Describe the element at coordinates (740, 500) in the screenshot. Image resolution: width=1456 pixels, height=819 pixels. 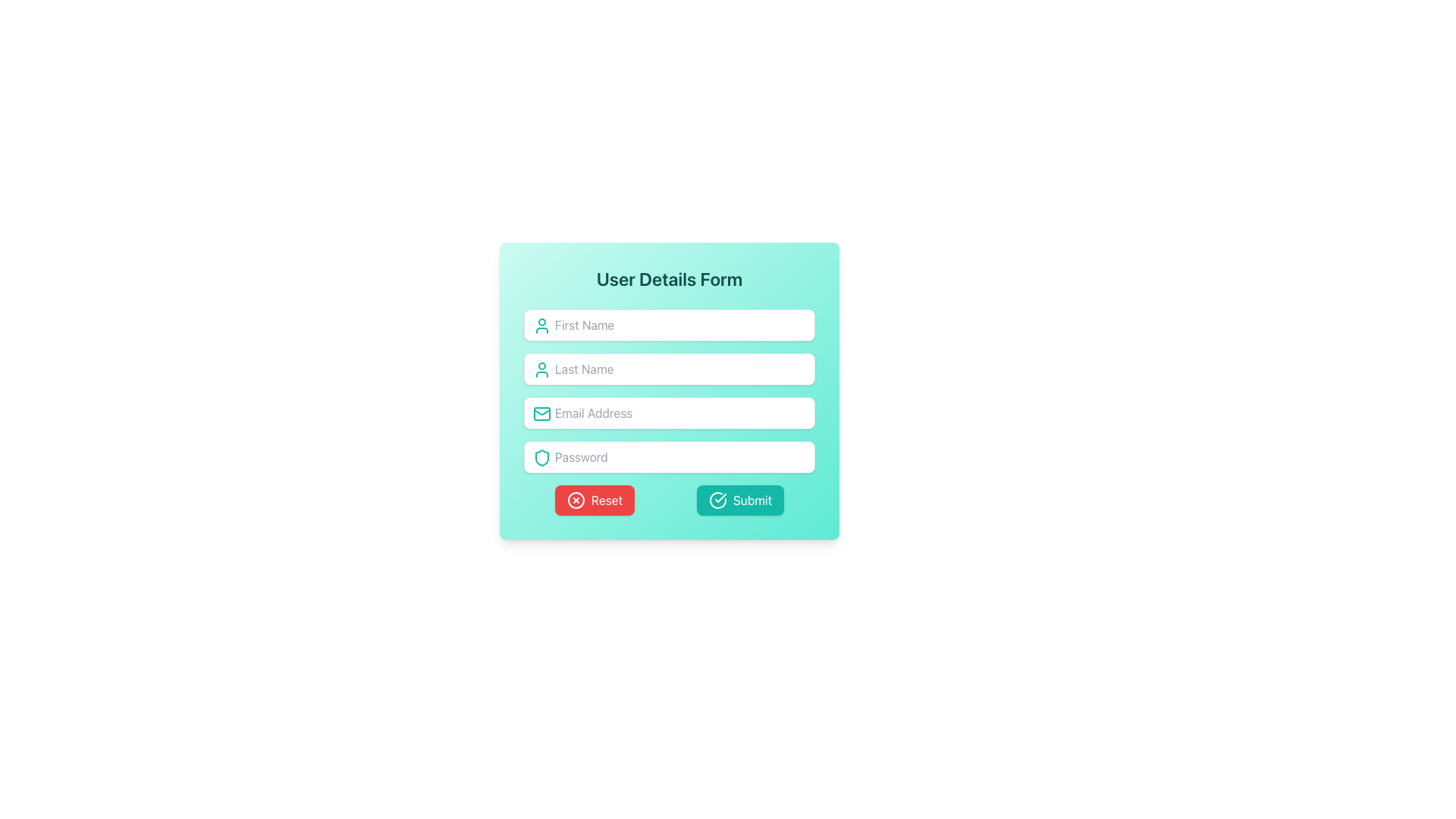
I see `the teal 'Submit' button with rounded corners and a checkmark icon` at that location.